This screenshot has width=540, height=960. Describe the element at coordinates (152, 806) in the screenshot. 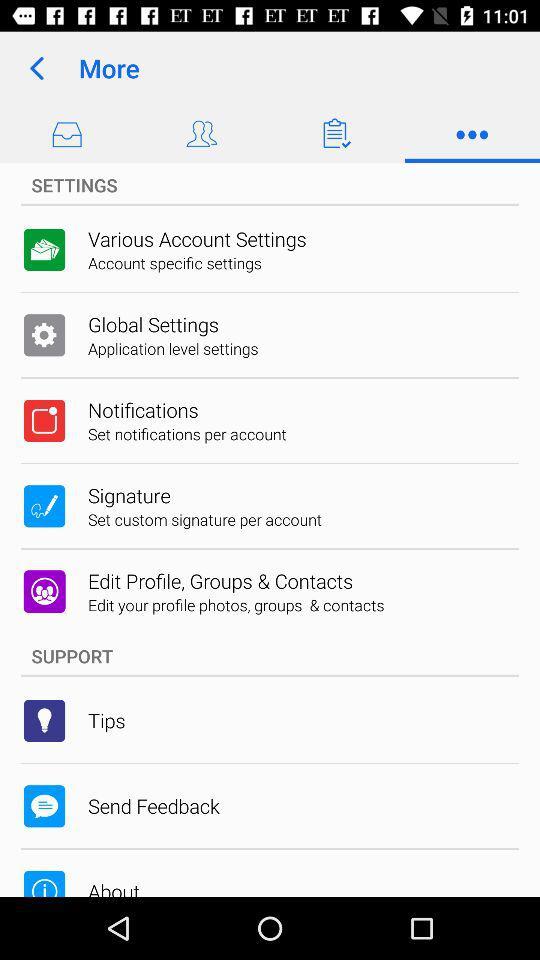

I see `send feedback app` at that location.